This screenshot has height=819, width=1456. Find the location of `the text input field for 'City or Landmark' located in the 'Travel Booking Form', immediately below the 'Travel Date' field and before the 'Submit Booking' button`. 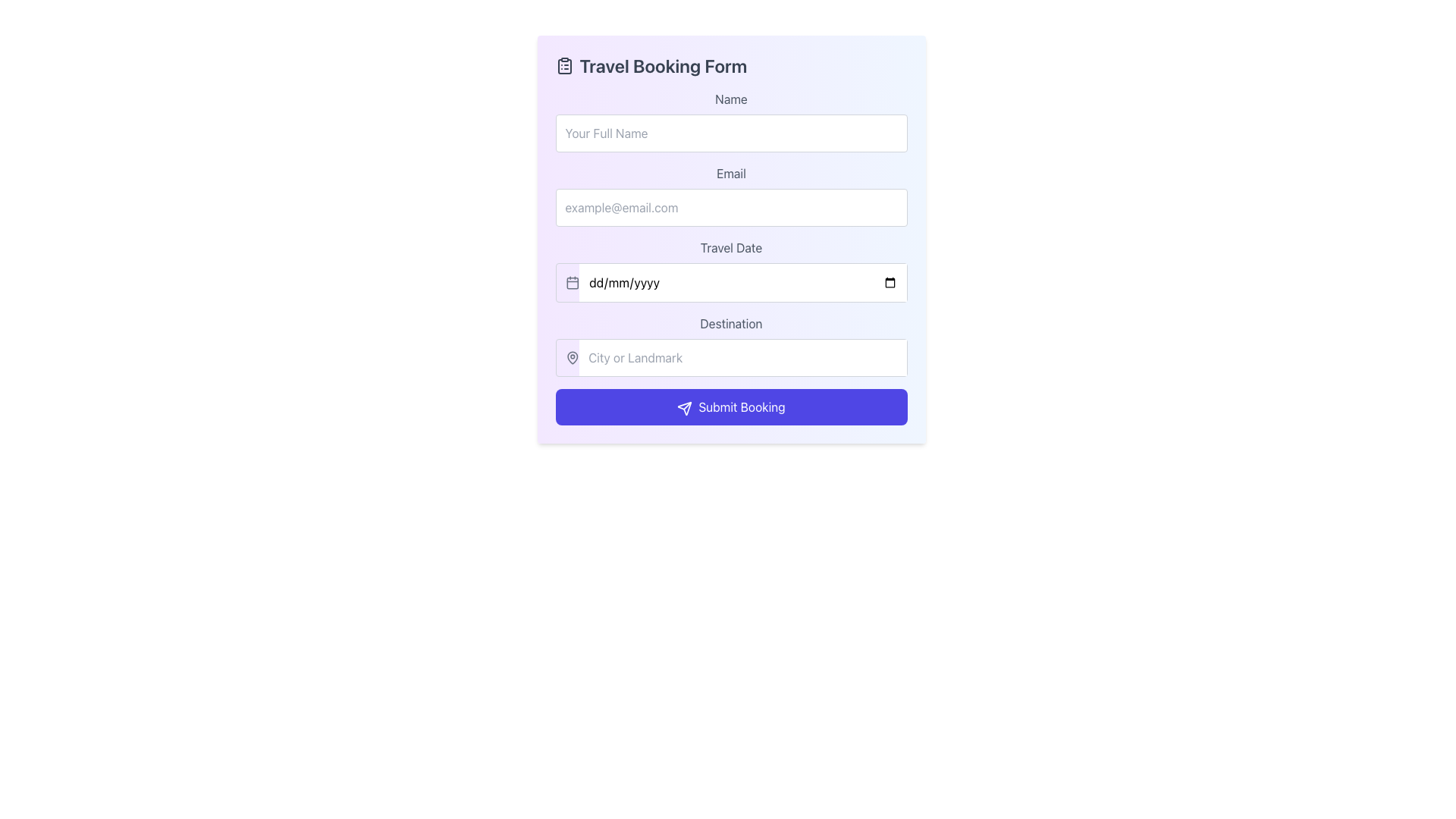

the text input field for 'City or Landmark' located in the 'Travel Booking Form', immediately below the 'Travel Date' field and before the 'Submit Booking' button is located at coordinates (731, 357).